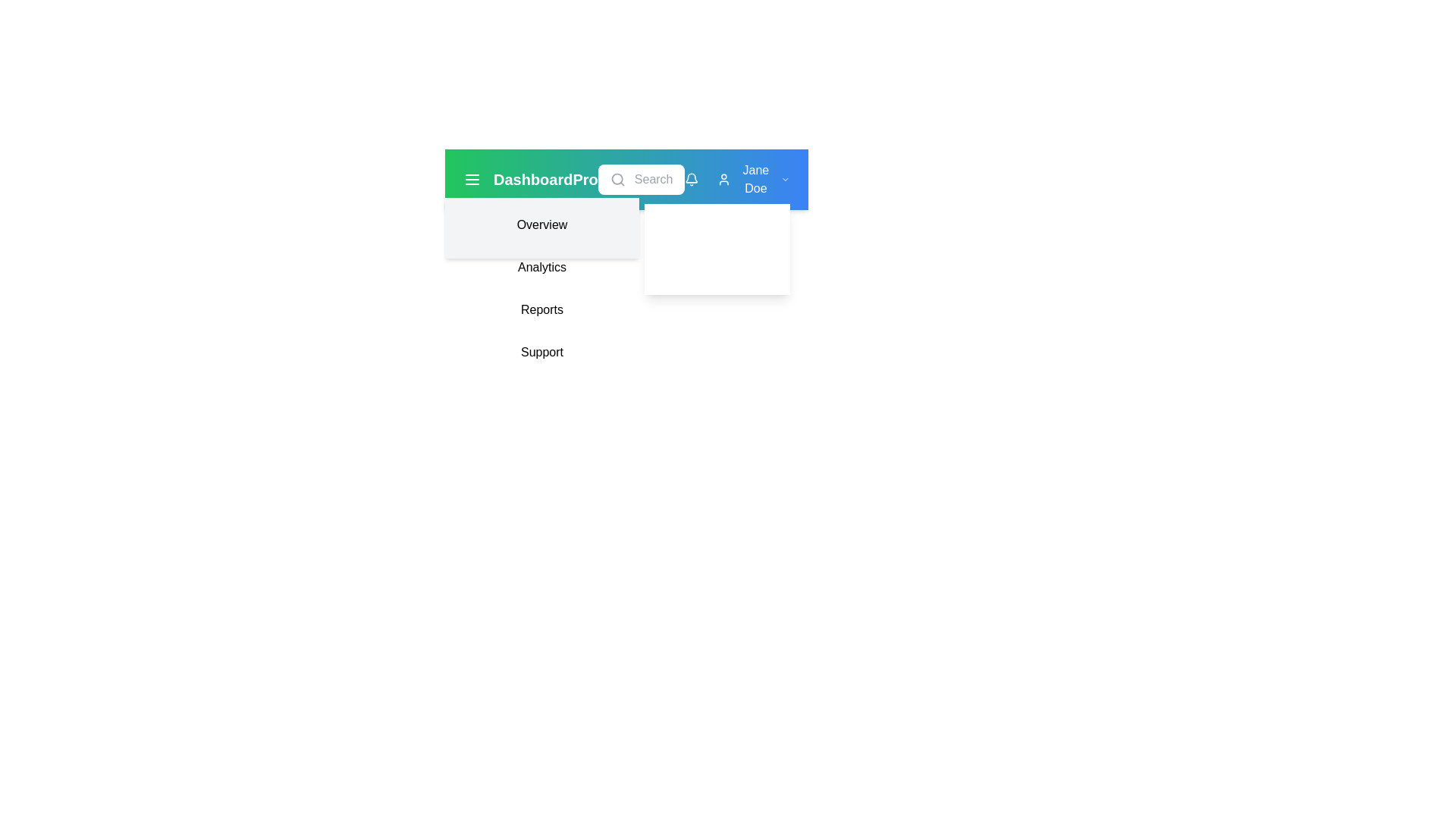  I want to click on the 'Reports' navigation link, which is the third item in the dropdown menu located under the green and blue navigation bar, so click(542, 309).